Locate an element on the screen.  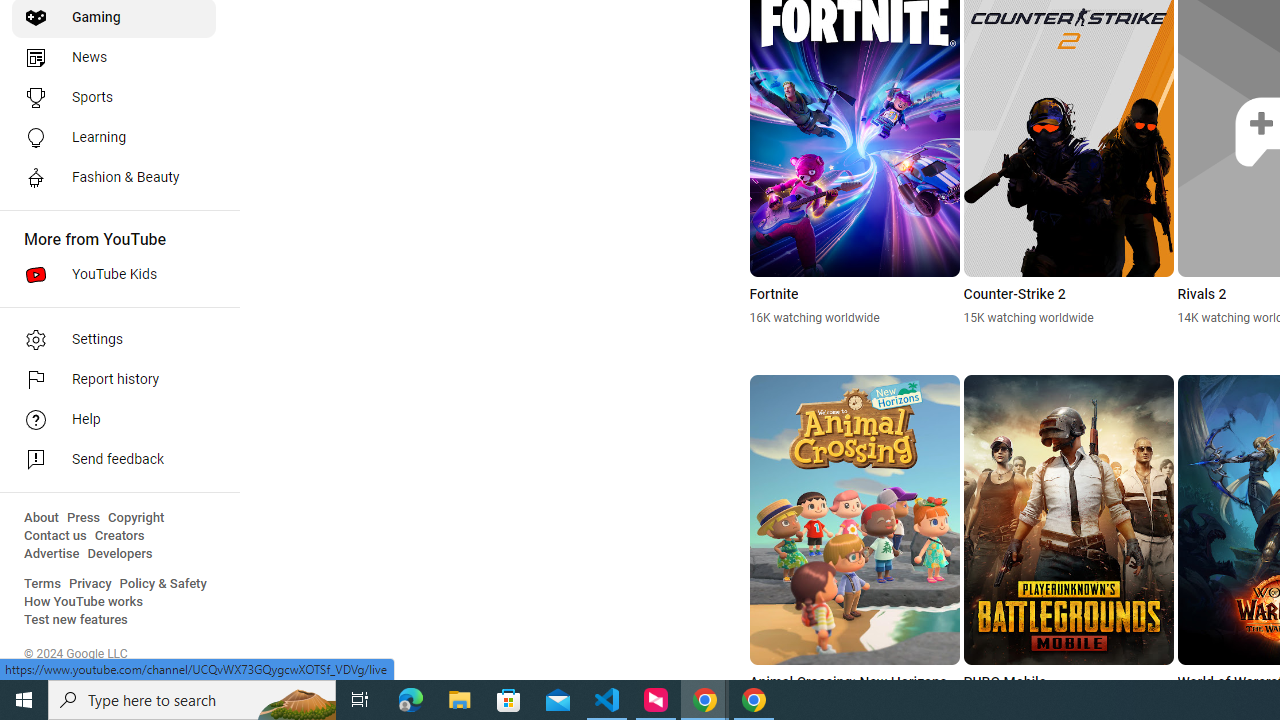
'Send feedback' is located at coordinates (112, 460).